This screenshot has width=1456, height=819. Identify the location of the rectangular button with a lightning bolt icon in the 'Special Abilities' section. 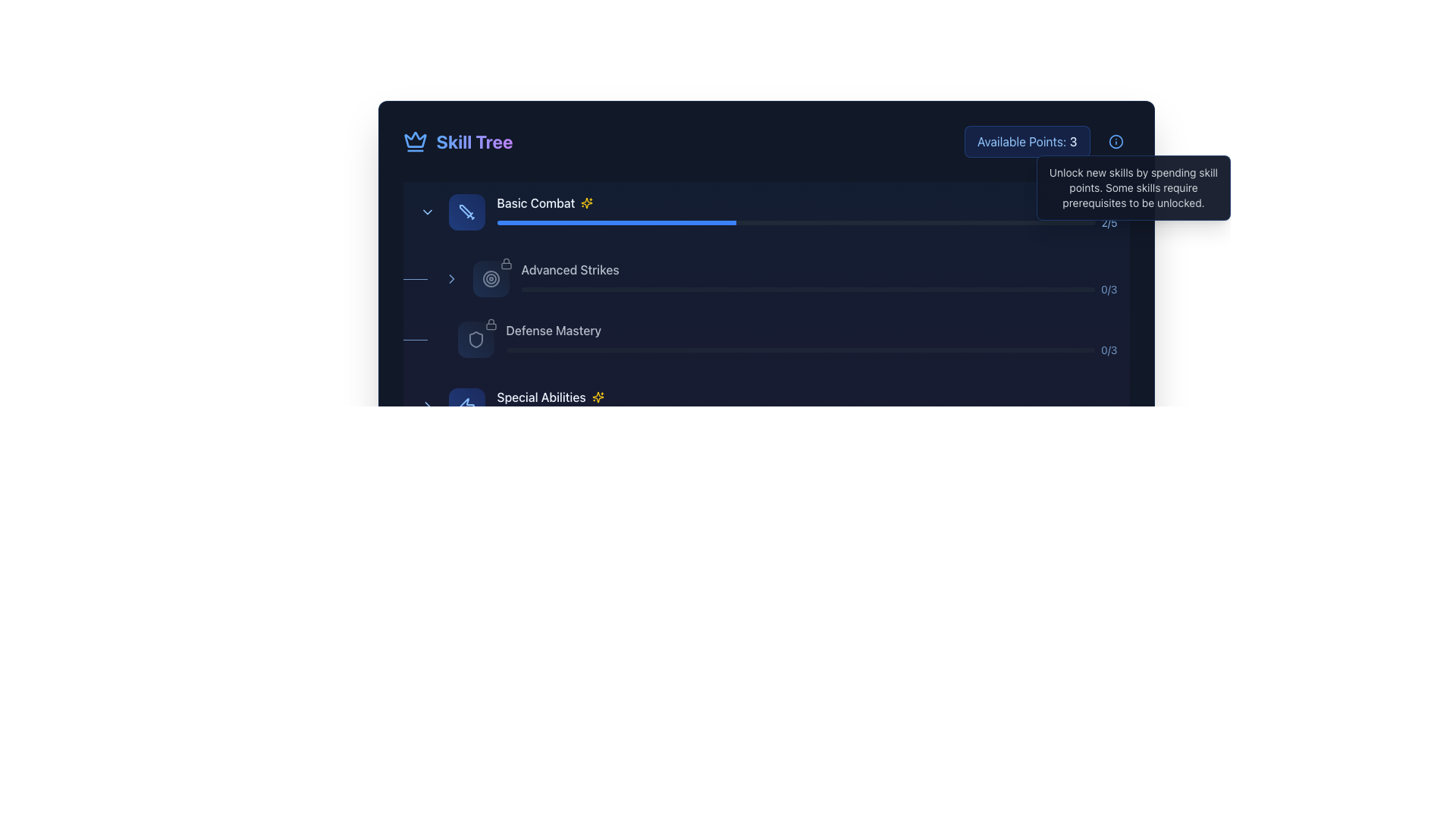
(466, 406).